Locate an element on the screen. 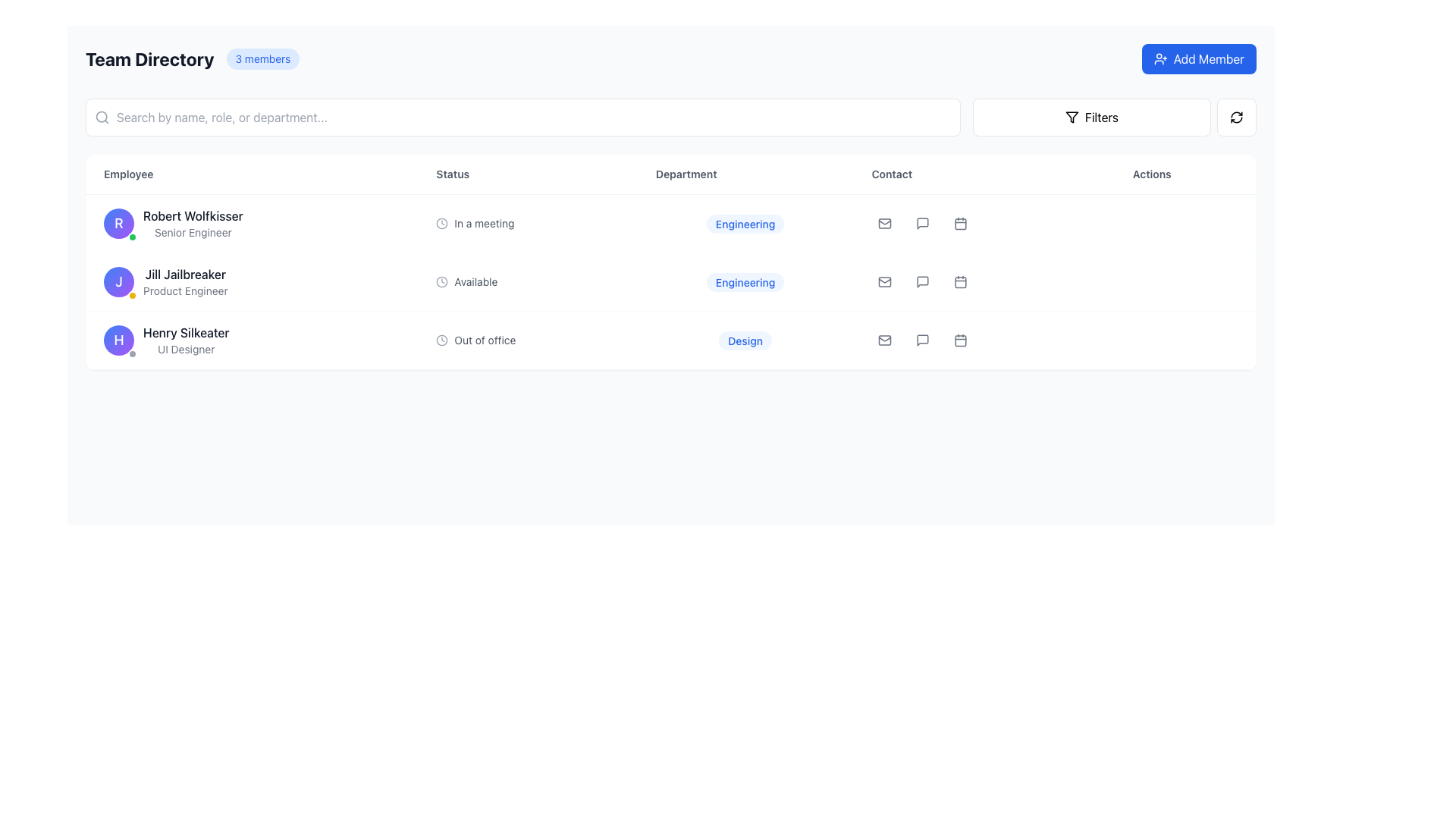  the circular avatar icon with a gradient background transitioning from blue to purple, featuring a white uppercase 'R', located next to 'Robert Wolfkisser Senior Engineer' is located at coordinates (118, 223).